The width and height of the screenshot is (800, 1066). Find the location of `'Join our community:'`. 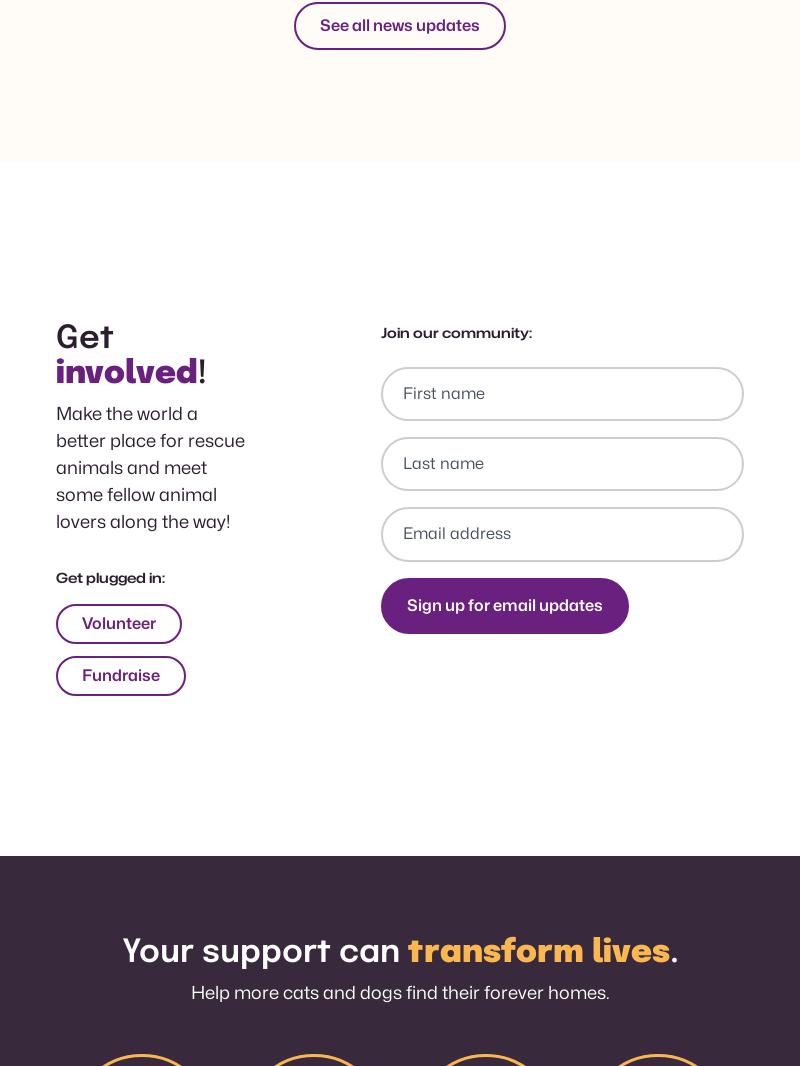

'Join our community:' is located at coordinates (454, 331).